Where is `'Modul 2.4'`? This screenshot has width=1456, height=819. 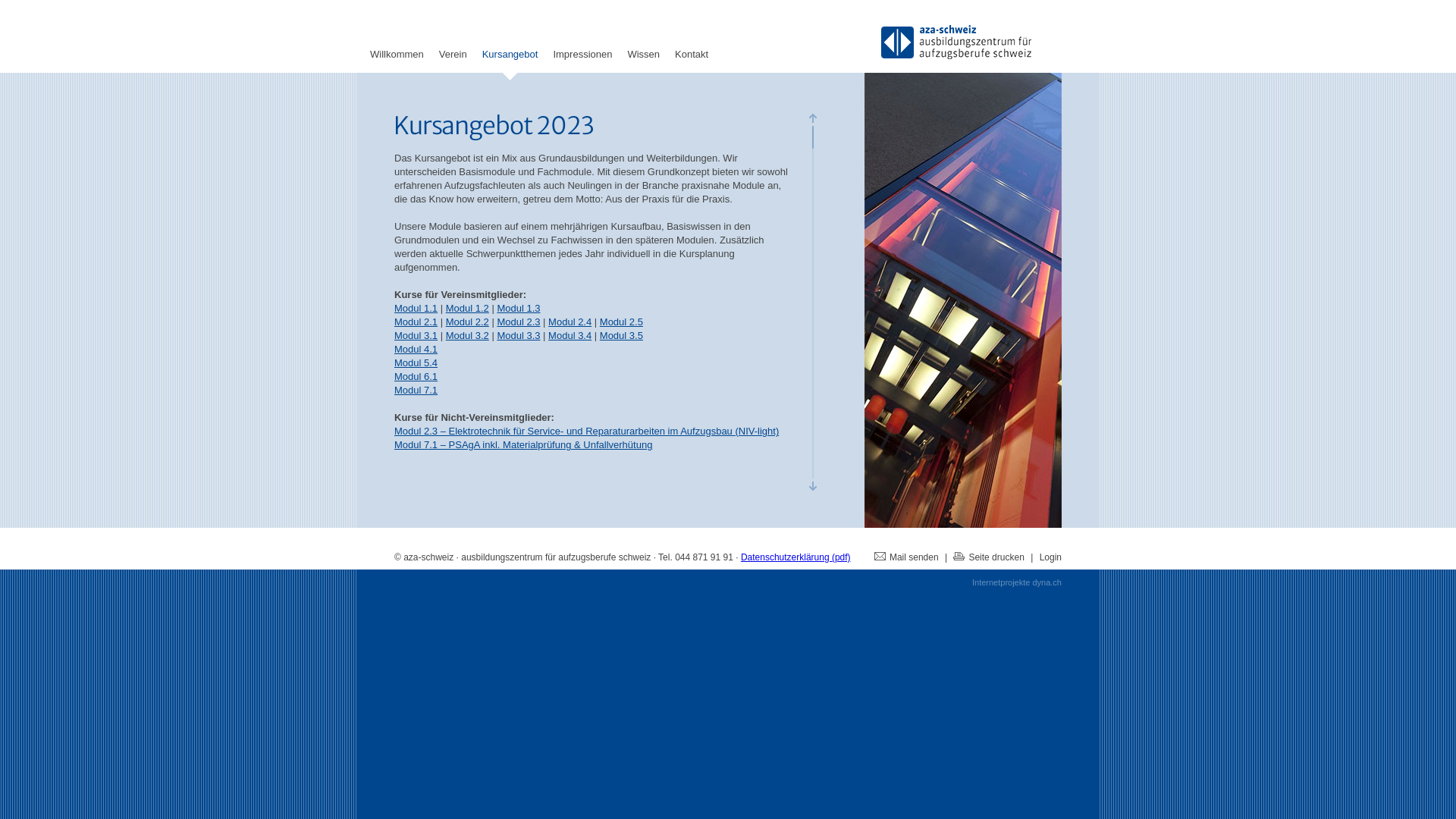 'Modul 2.4' is located at coordinates (569, 321).